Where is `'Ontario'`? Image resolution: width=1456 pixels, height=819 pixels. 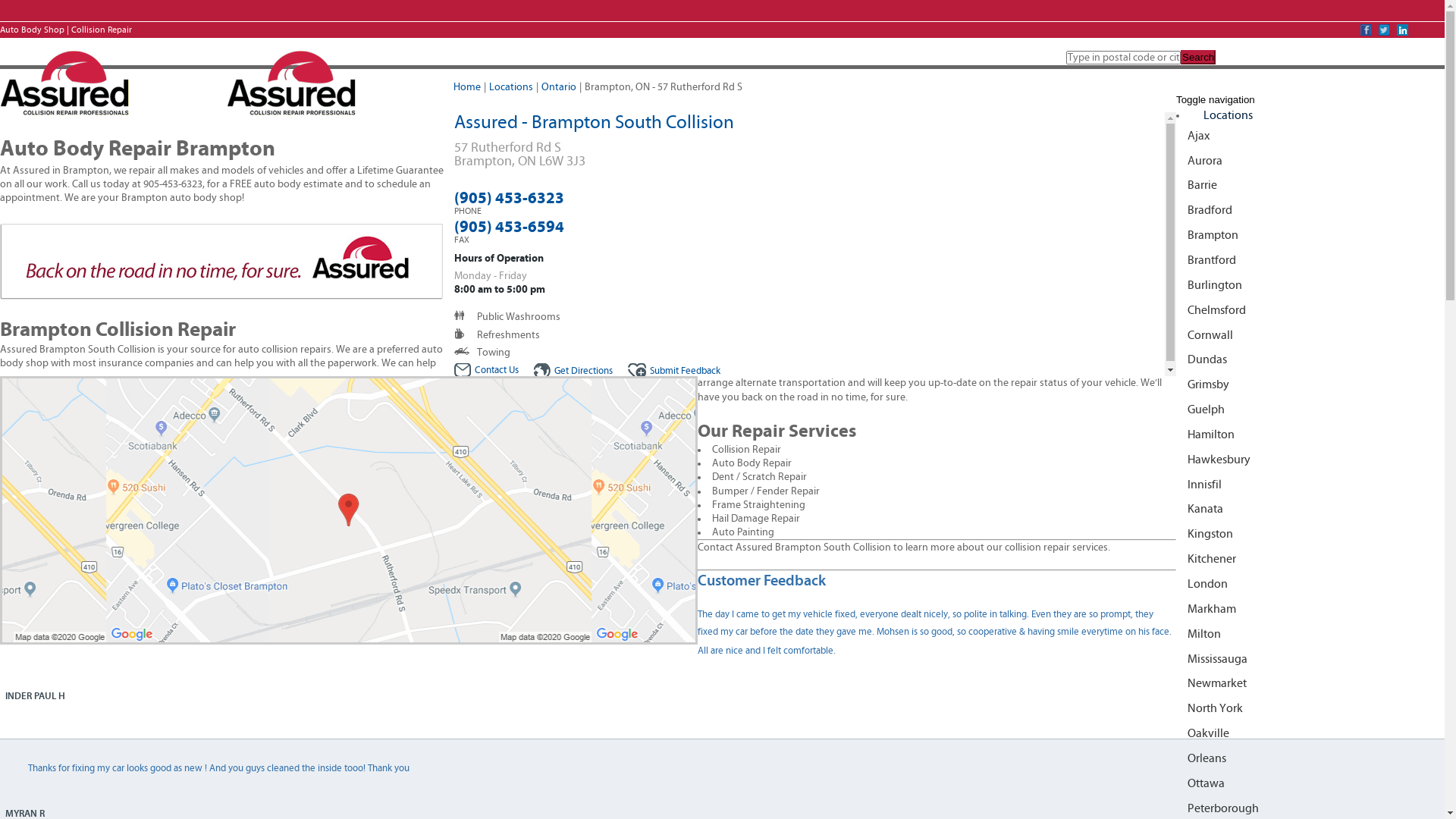 'Ontario' is located at coordinates (558, 87).